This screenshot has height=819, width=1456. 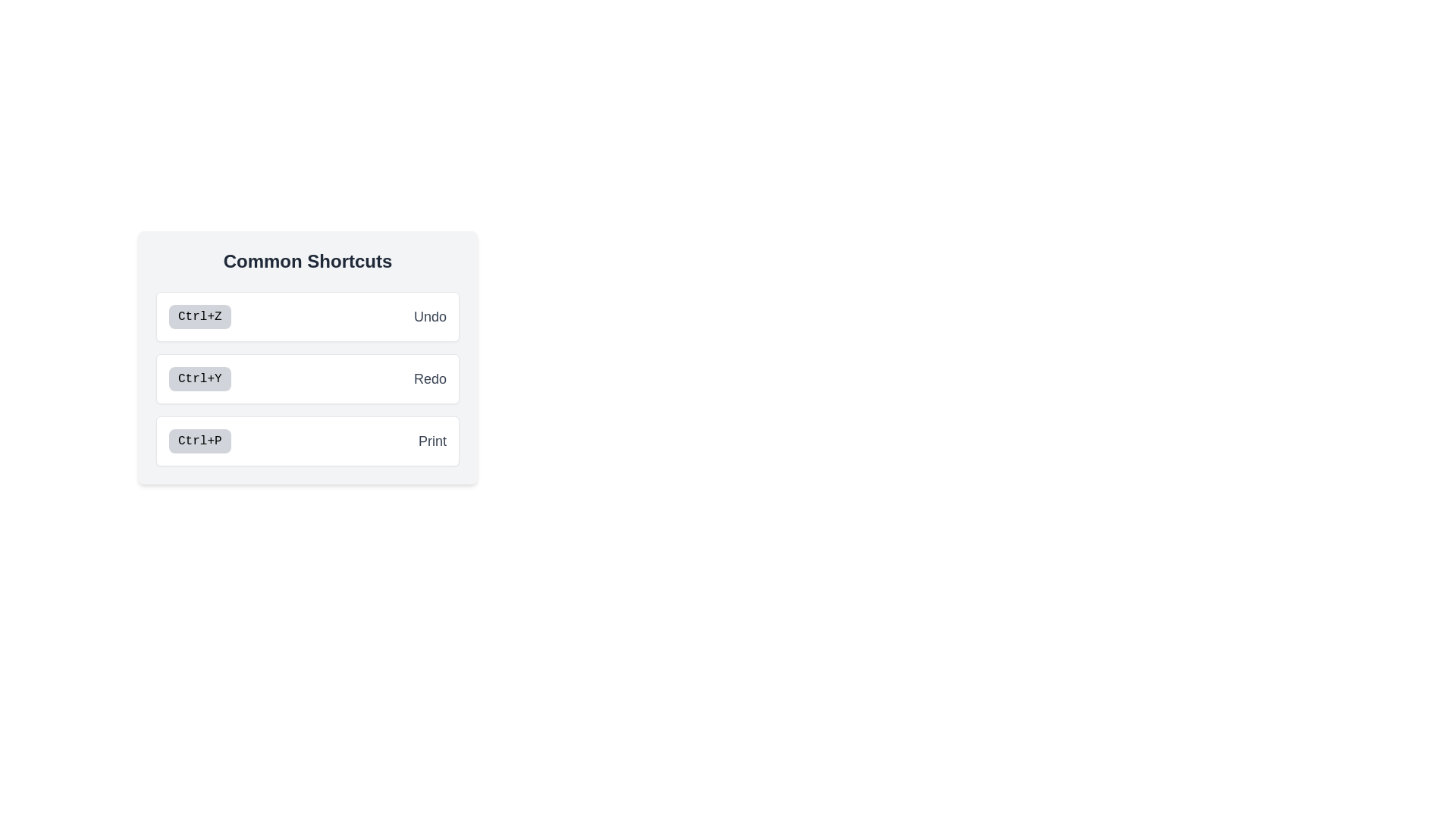 What do you see at coordinates (429, 378) in the screenshot?
I see `the 'Redo' label, which is styled in gray and located to the right of the 'Ctrl+Y' label in the 'Common Shortcuts' section` at bounding box center [429, 378].